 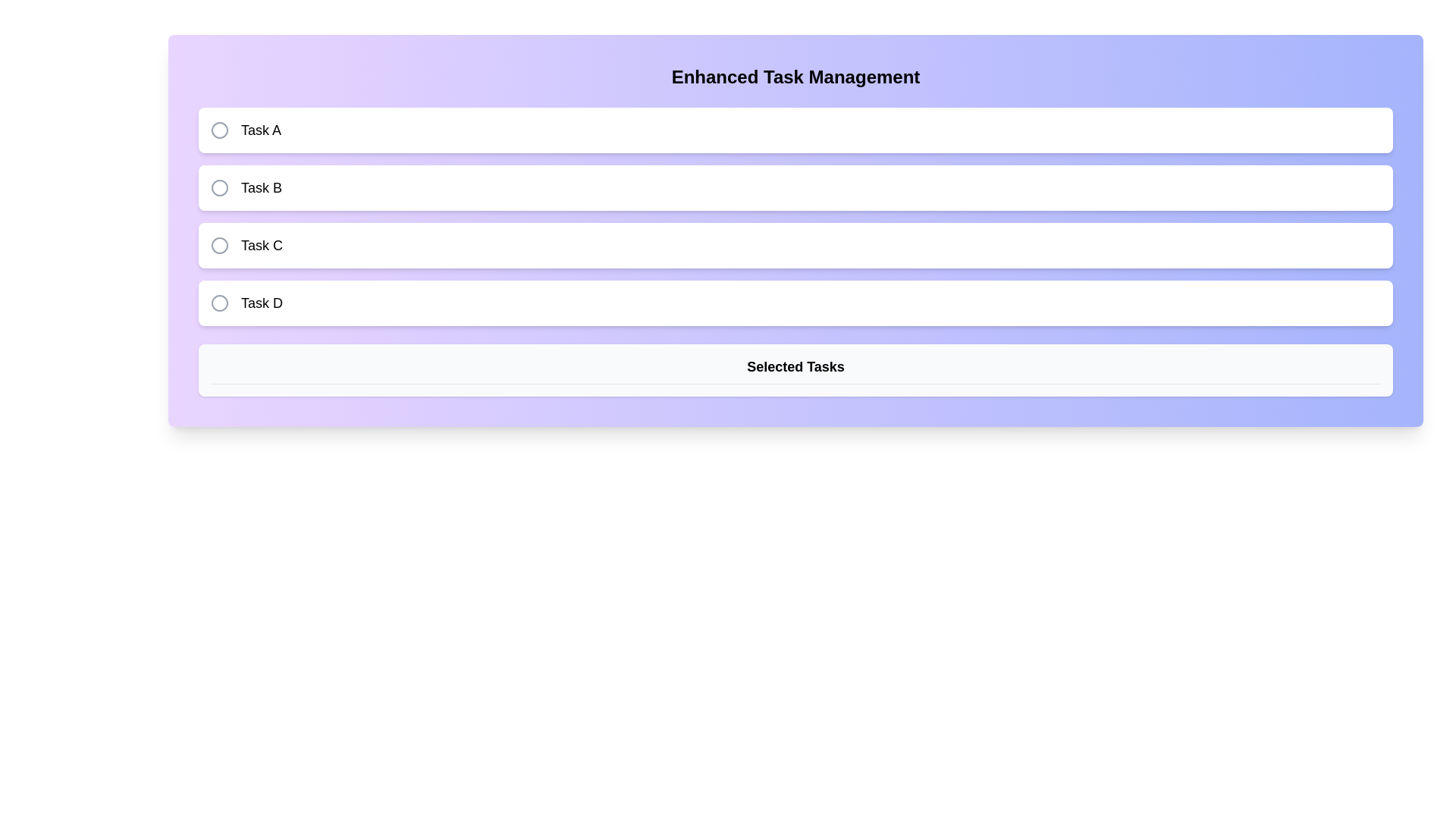 What do you see at coordinates (218, 245) in the screenshot?
I see `the central circular component of the unselected radio button for 'Task C' to invoke the context menu` at bounding box center [218, 245].